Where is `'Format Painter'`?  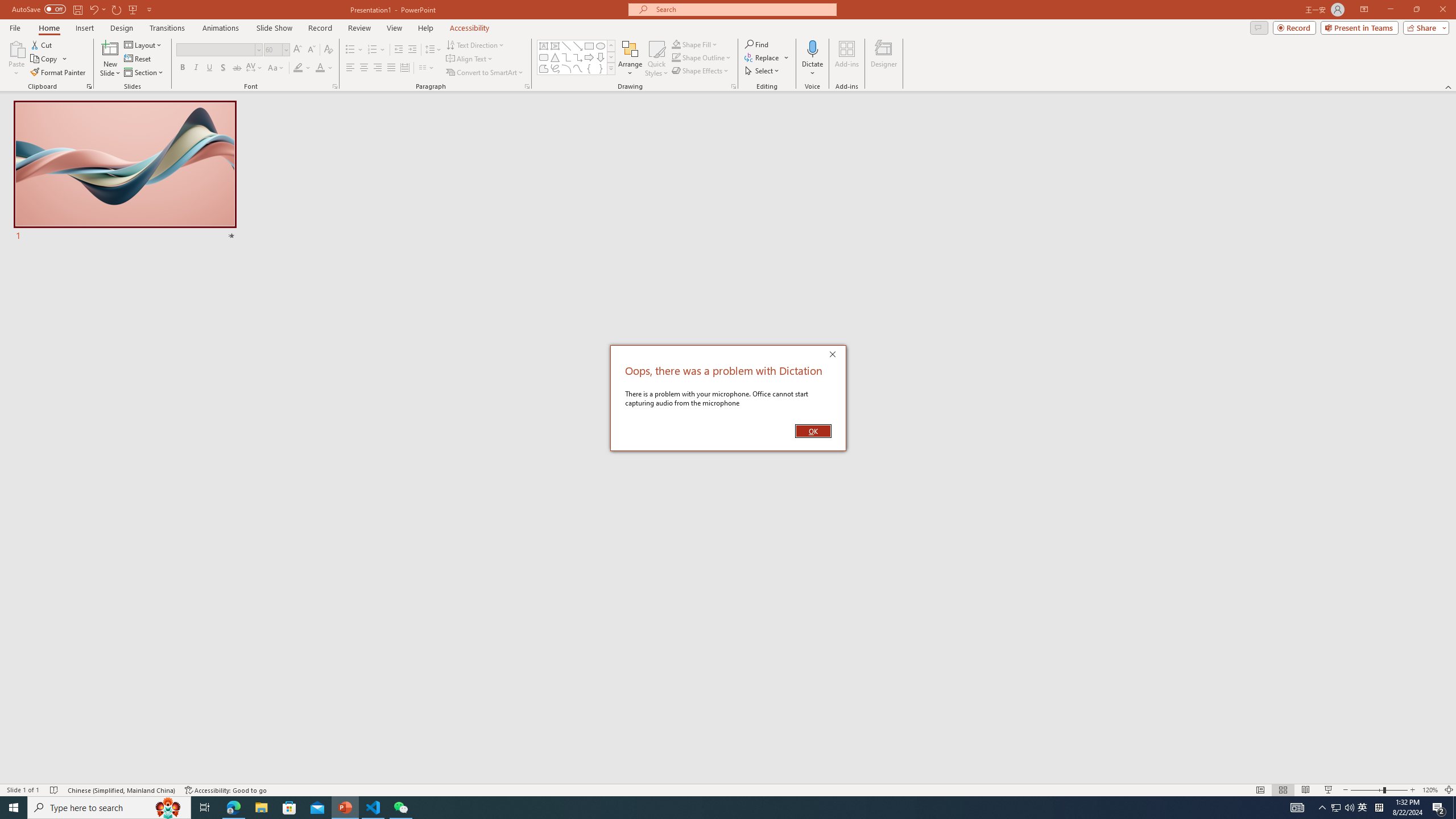
'Format Painter' is located at coordinates (58, 72).